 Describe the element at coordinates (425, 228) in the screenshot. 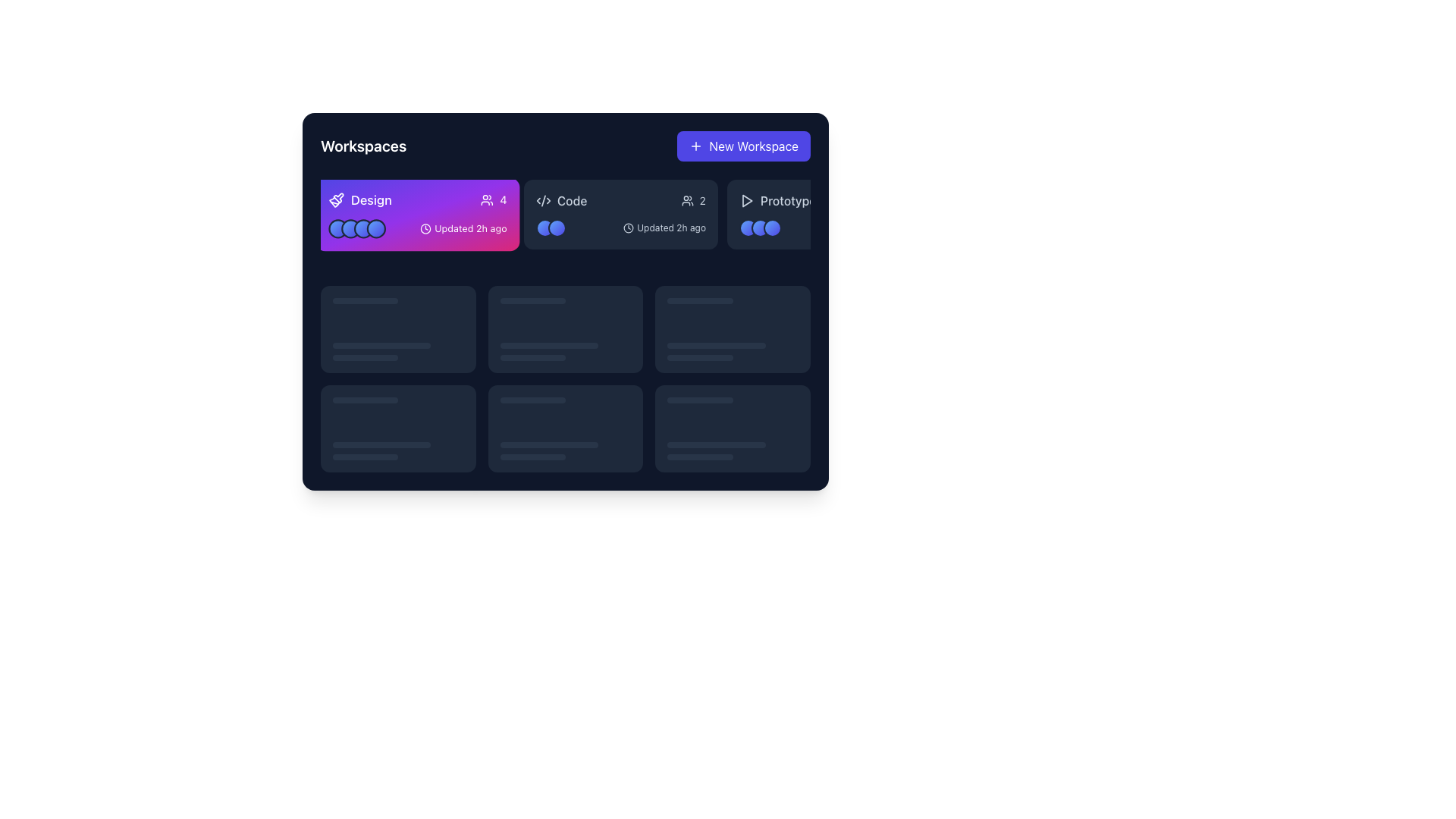

I see `the decorative time icon located to the left of the 'Updated 2h ago' text in the 'Design' section card within the 'Workspaces' interface` at that location.